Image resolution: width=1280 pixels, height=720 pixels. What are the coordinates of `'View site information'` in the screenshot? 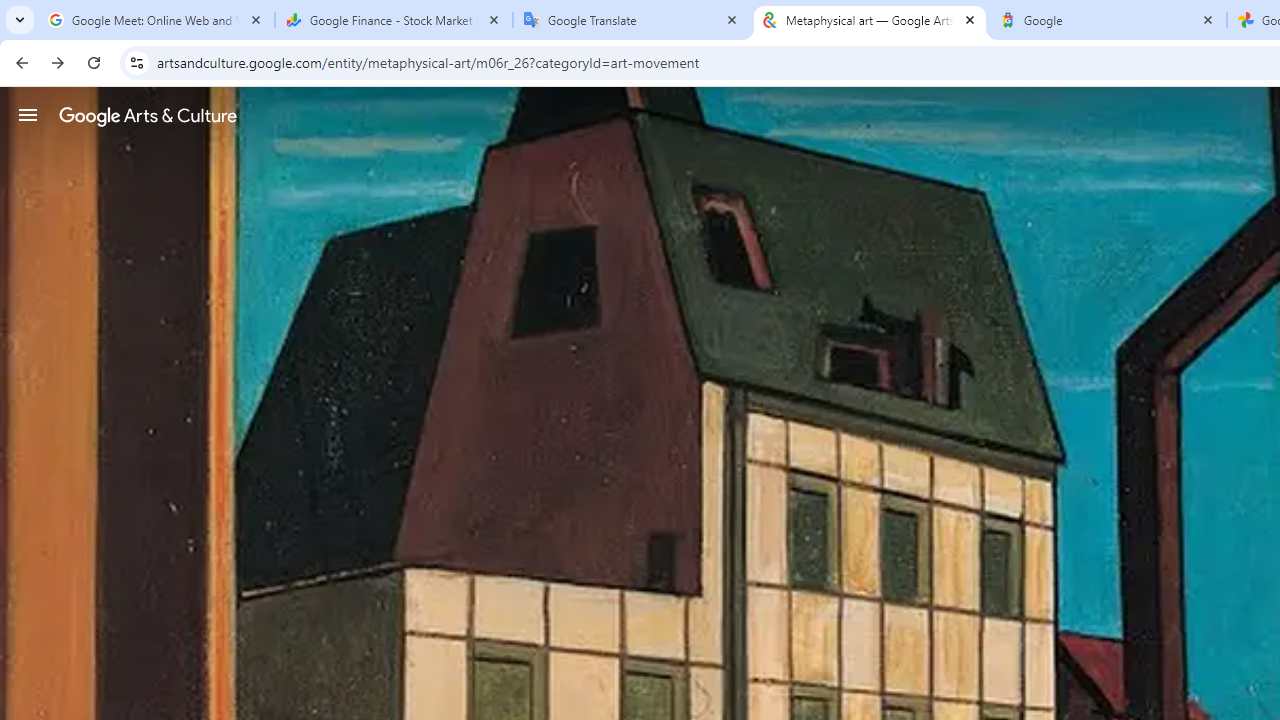 It's located at (135, 61).